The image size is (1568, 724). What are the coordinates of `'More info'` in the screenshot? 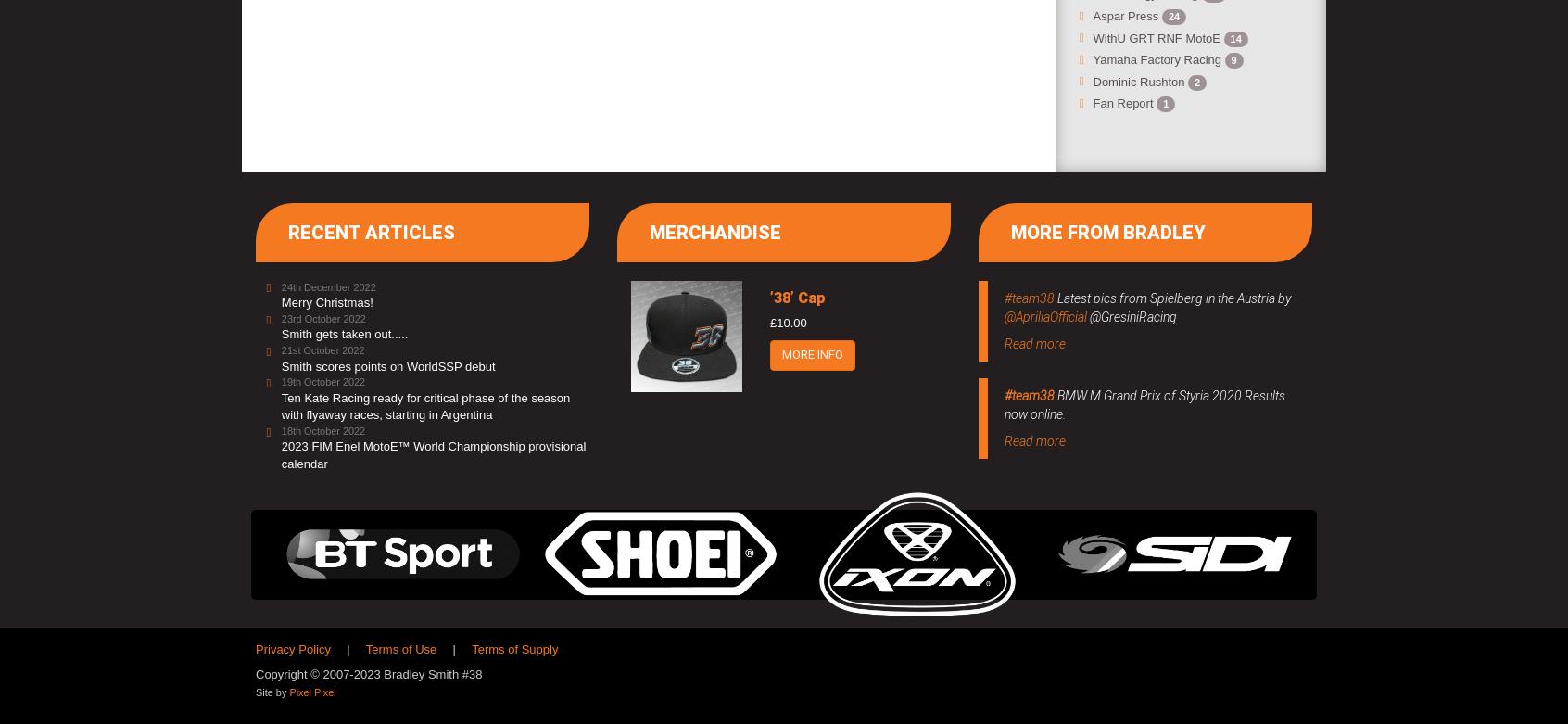 It's located at (781, 354).